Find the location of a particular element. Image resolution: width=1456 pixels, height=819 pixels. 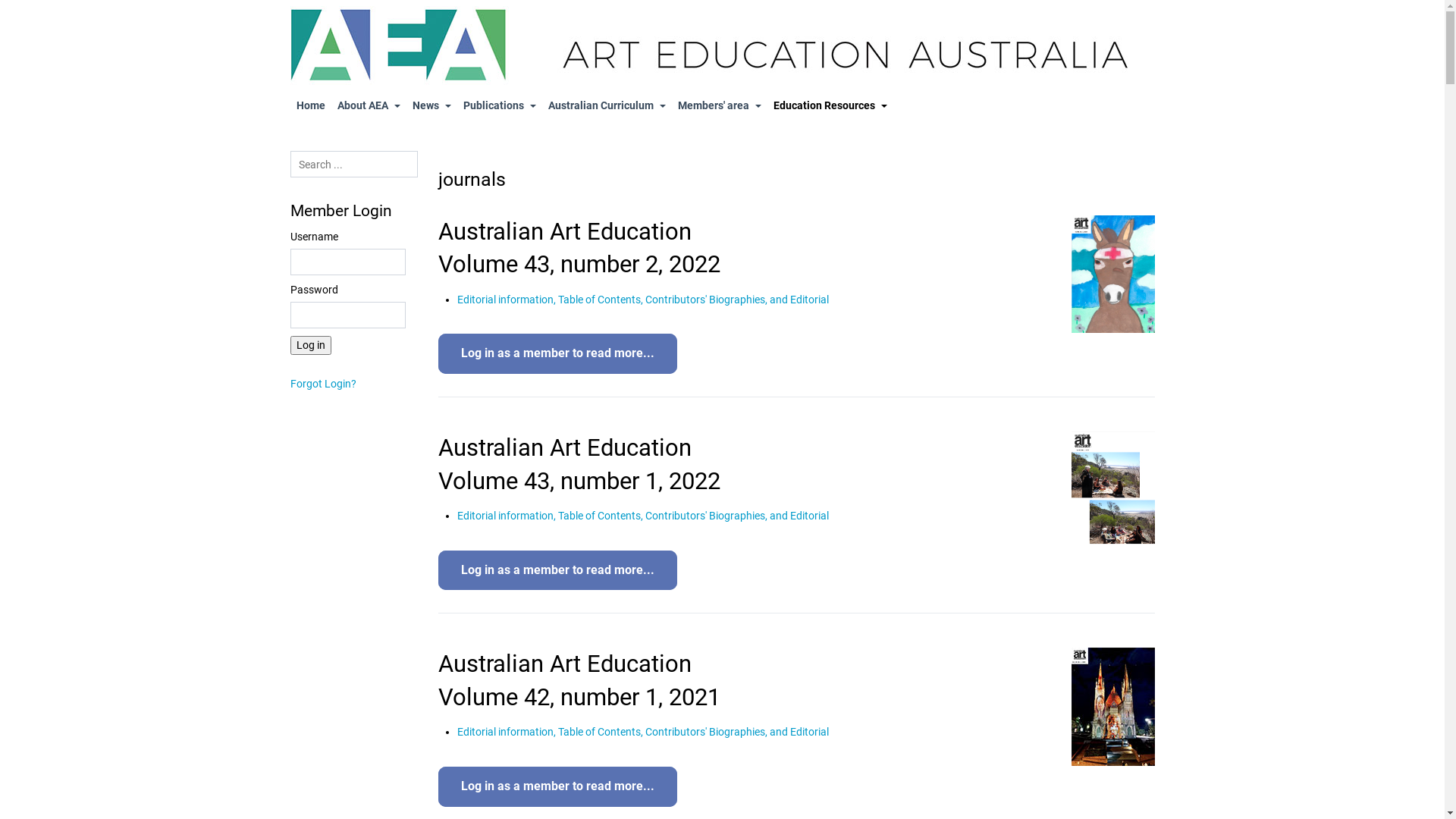

'News' is located at coordinates (431, 105).